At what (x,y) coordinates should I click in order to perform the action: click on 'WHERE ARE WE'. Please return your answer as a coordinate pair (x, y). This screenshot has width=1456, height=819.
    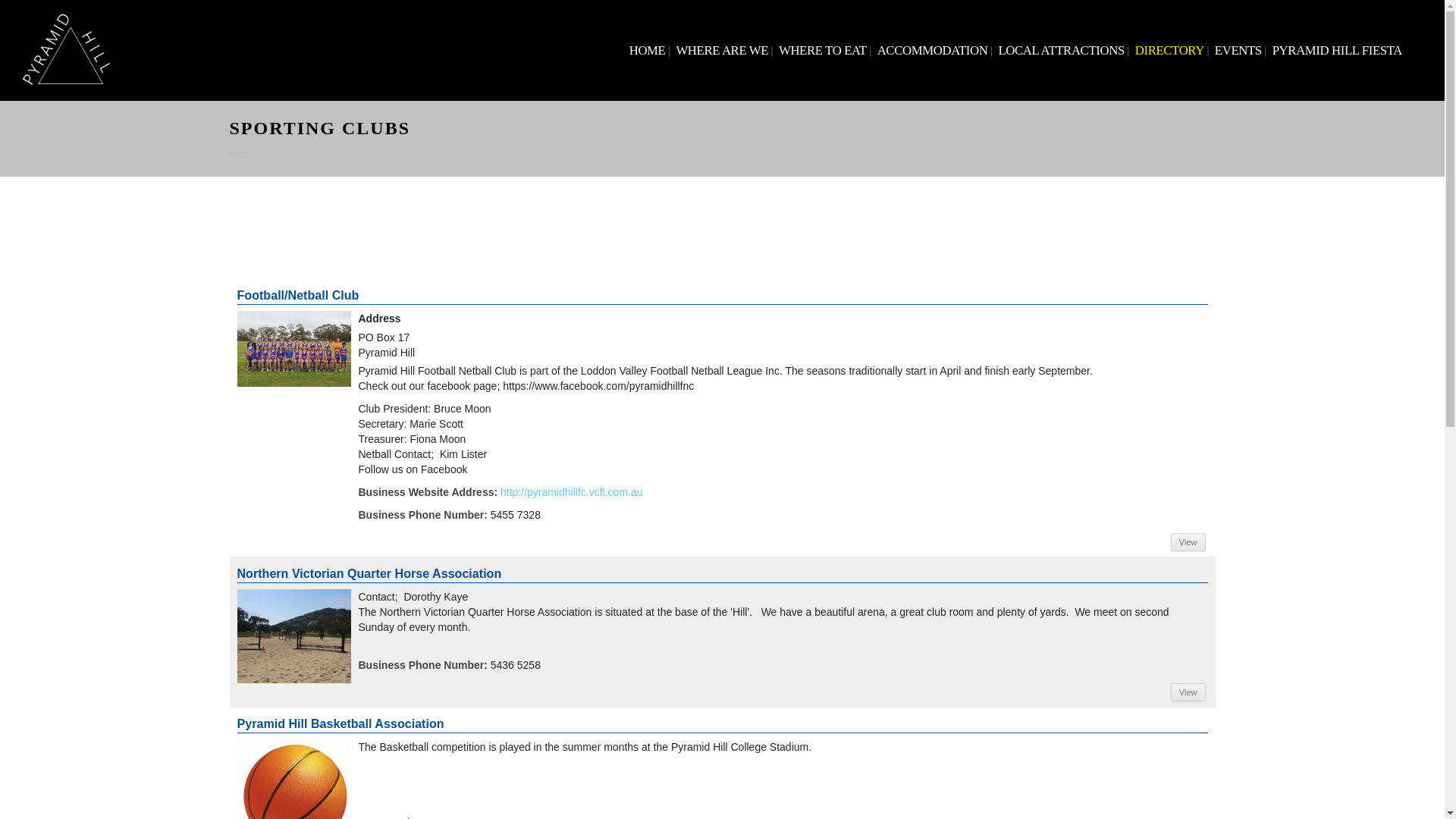
    Looking at the image, I should click on (720, 49).